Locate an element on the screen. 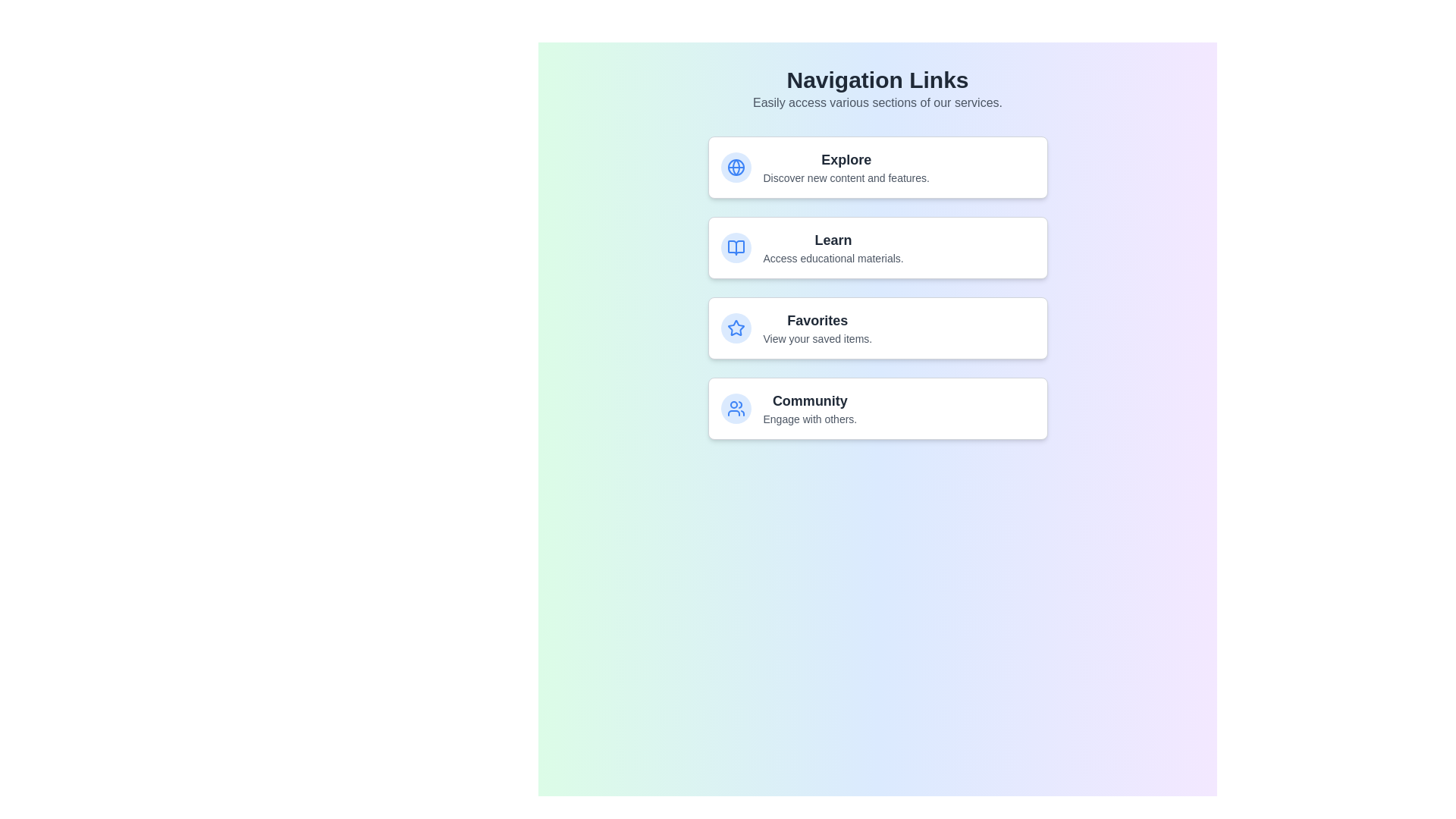 This screenshot has width=1456, height=819. the text label displaying 'Access educational materials.' located below the 'Learn' header in the vertical navigation interface is located at coordinates (833, 257).